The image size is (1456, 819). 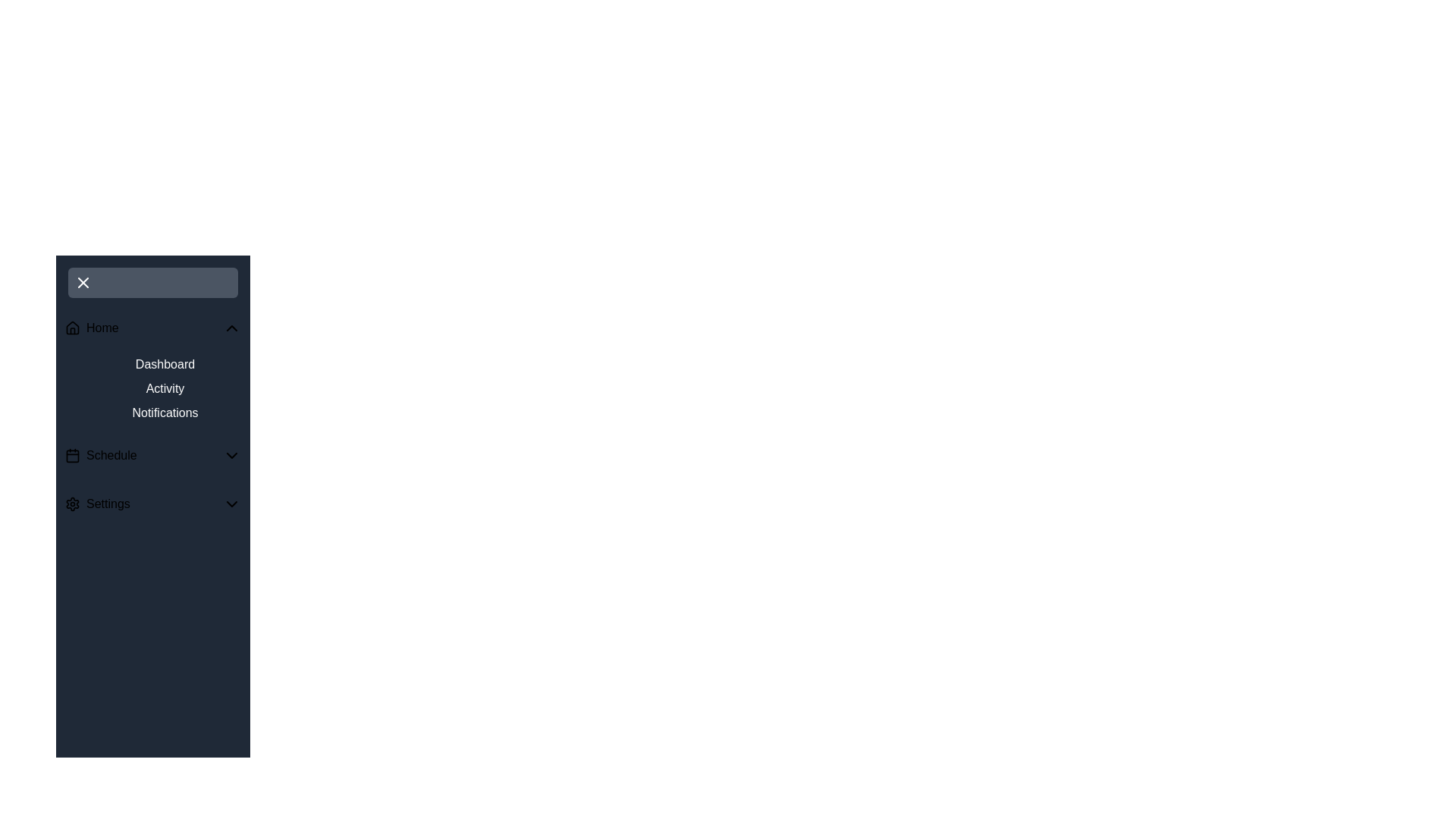 What do you see at coordinates (96, 504) in the screenshot?
I see `the settings menu item located in the lower section of the vertical sidebar menu using keyboard navigation` at bounding box center [96, 504].